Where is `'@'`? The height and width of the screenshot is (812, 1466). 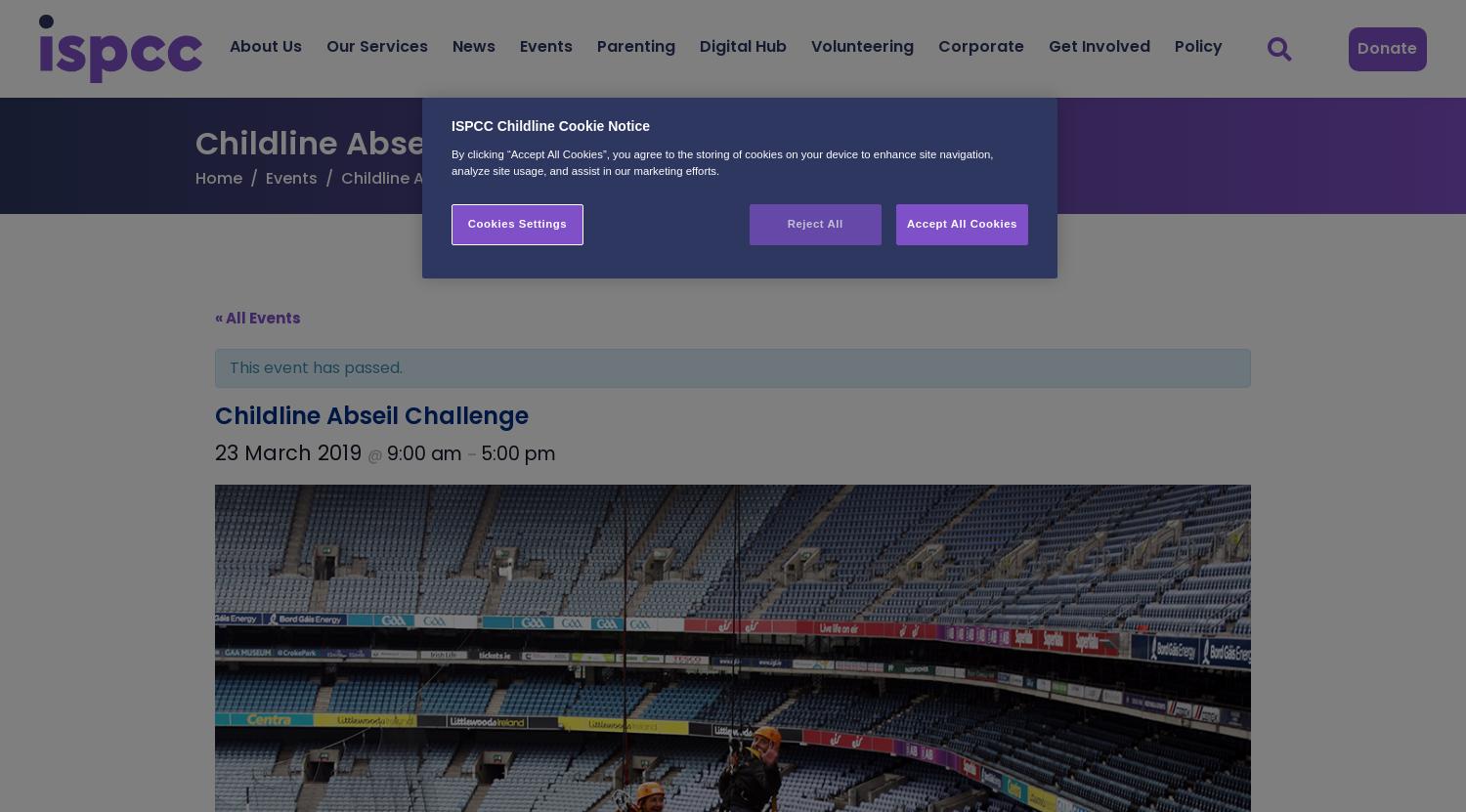 '@' is located at coordinates (376, 454).